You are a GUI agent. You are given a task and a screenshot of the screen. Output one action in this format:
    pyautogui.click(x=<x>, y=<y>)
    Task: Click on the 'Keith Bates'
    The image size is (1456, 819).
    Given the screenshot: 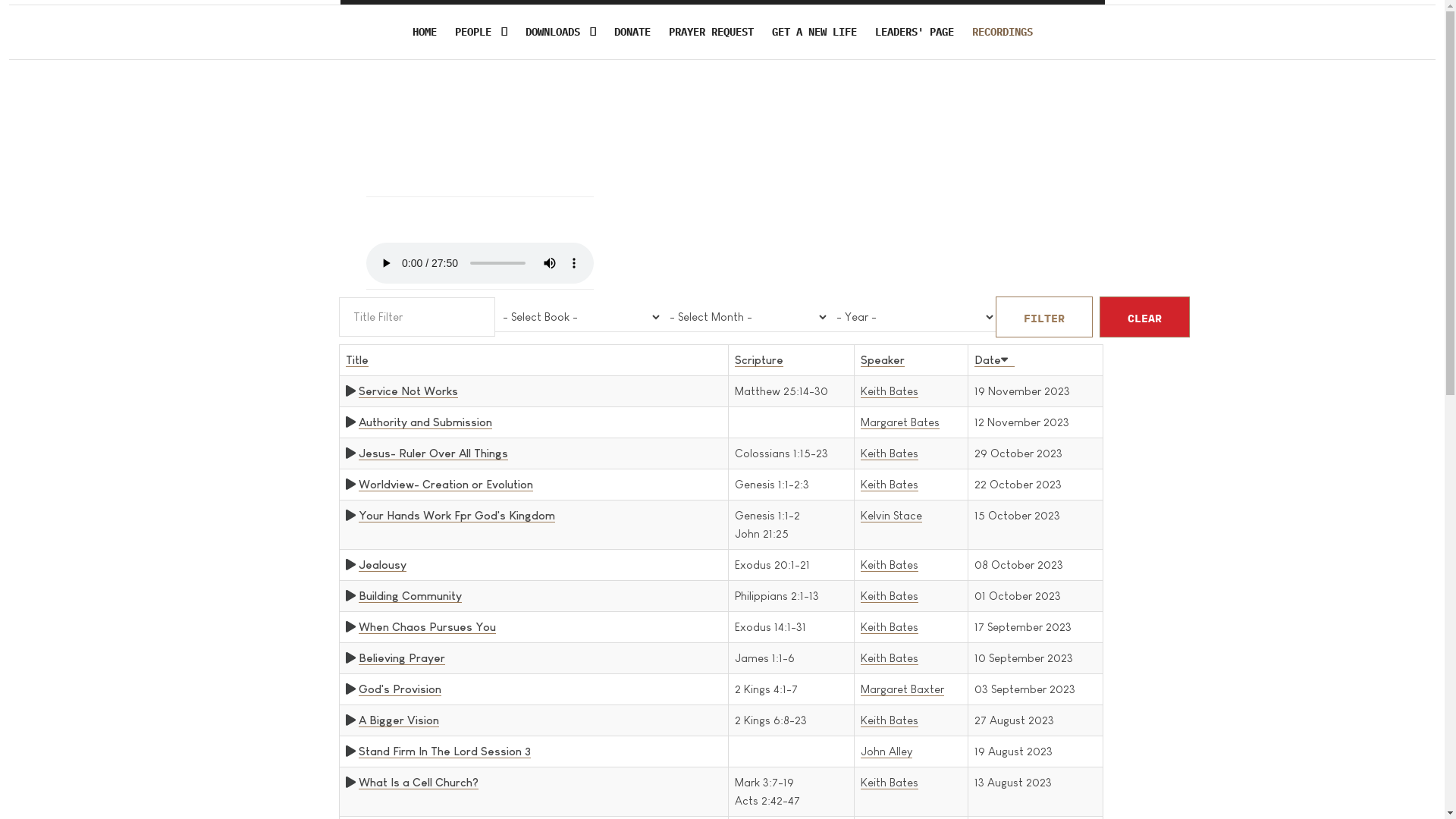 What is the action you would take?
    pyautogui.click(x=889, y=783)
    